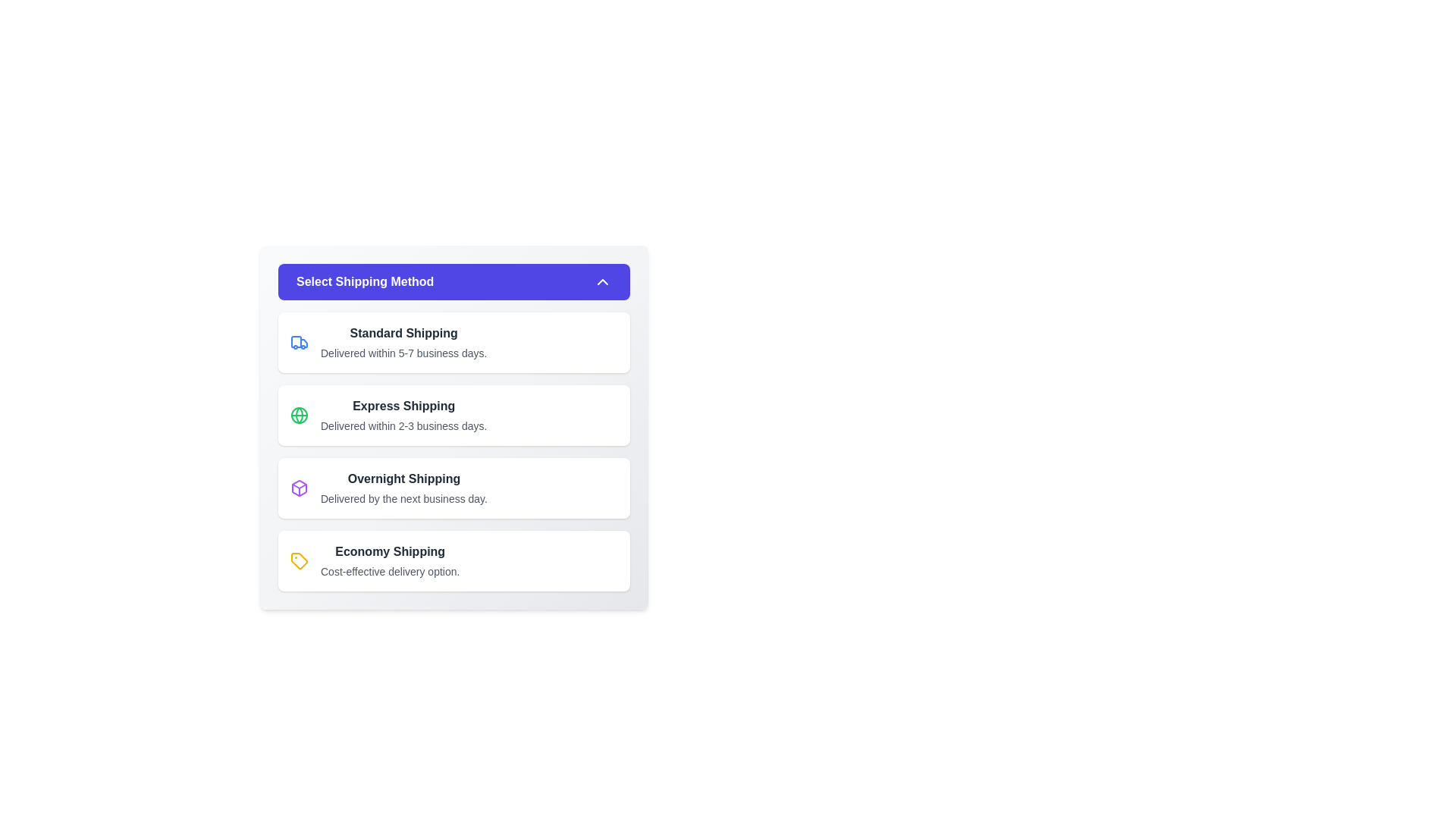 Image resolution: width=1456 pixels, height=819 pixels. What do you see at coordinates (403, 479) in the screenshot?
I see `the text label for 'Overnight Shipping', which serves as the title for the third shipping option, positioned above the text 'Delivered by the next business day.'` at bounding box center [403, 479].